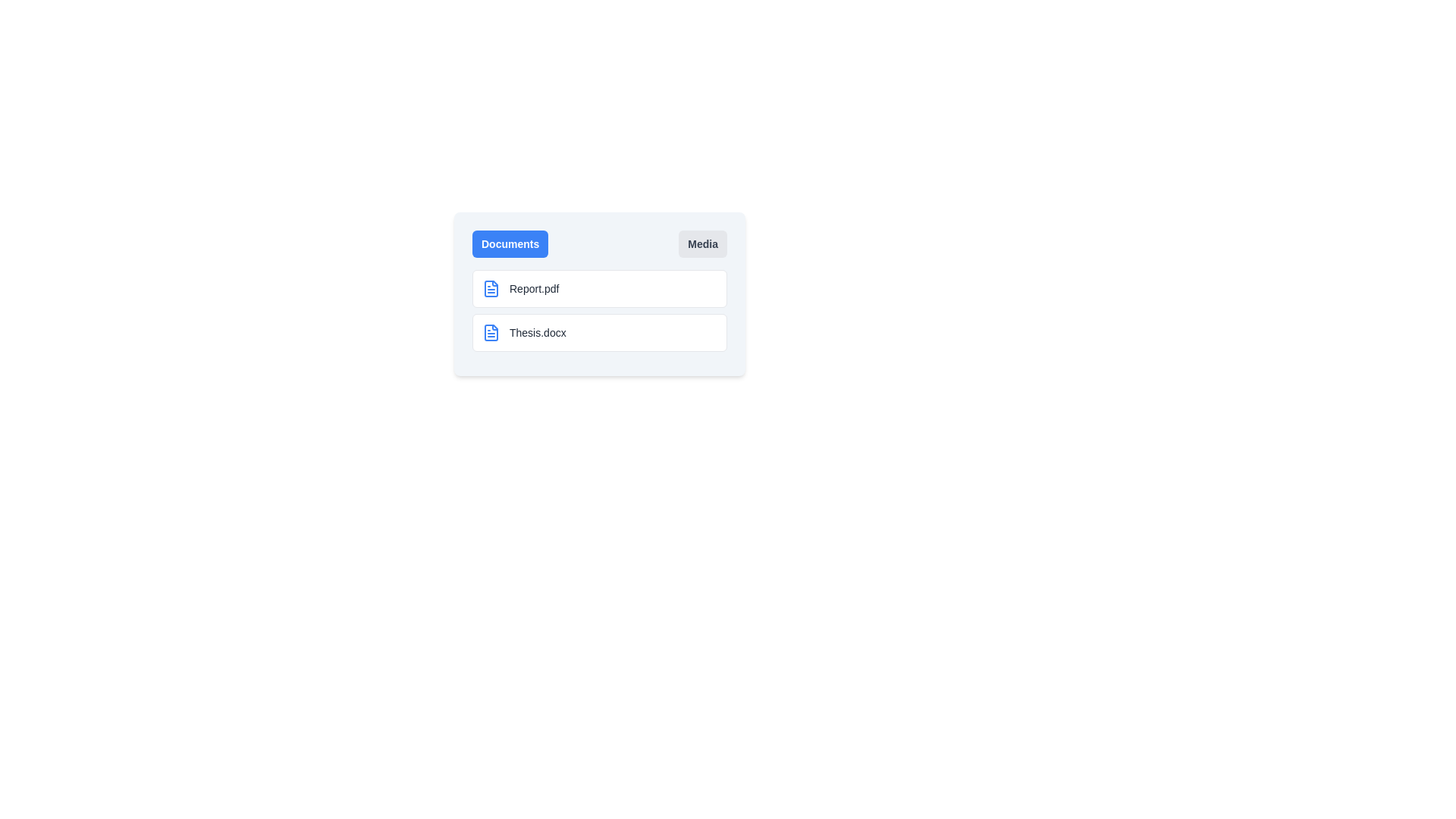 Image resolution: width=1456 pixels, height=819 pixels. I want to click on the 'Media' button, which is a rectangular button with a light gray background and rounded borders, positioned to the right of the 'Documents' button in a horizontal arrangement, so click(702, 243).